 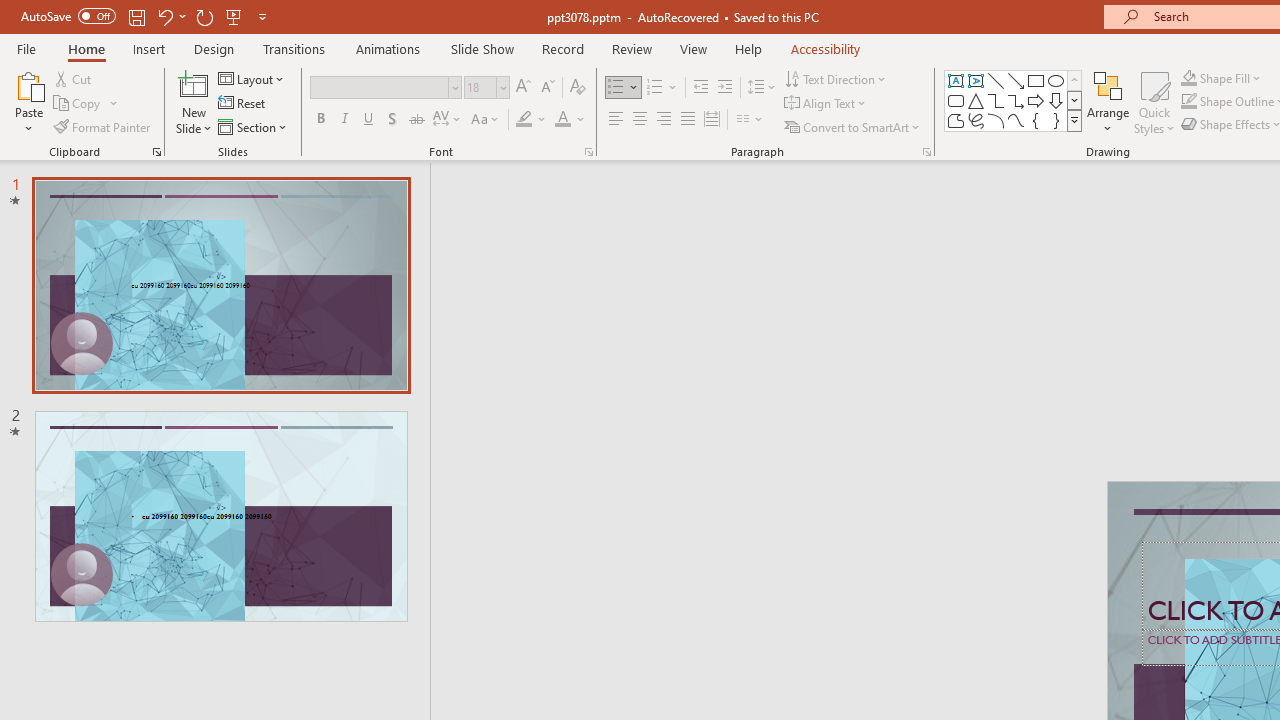 I want to click on 'Paragraph...', so click(x=925, y=150).